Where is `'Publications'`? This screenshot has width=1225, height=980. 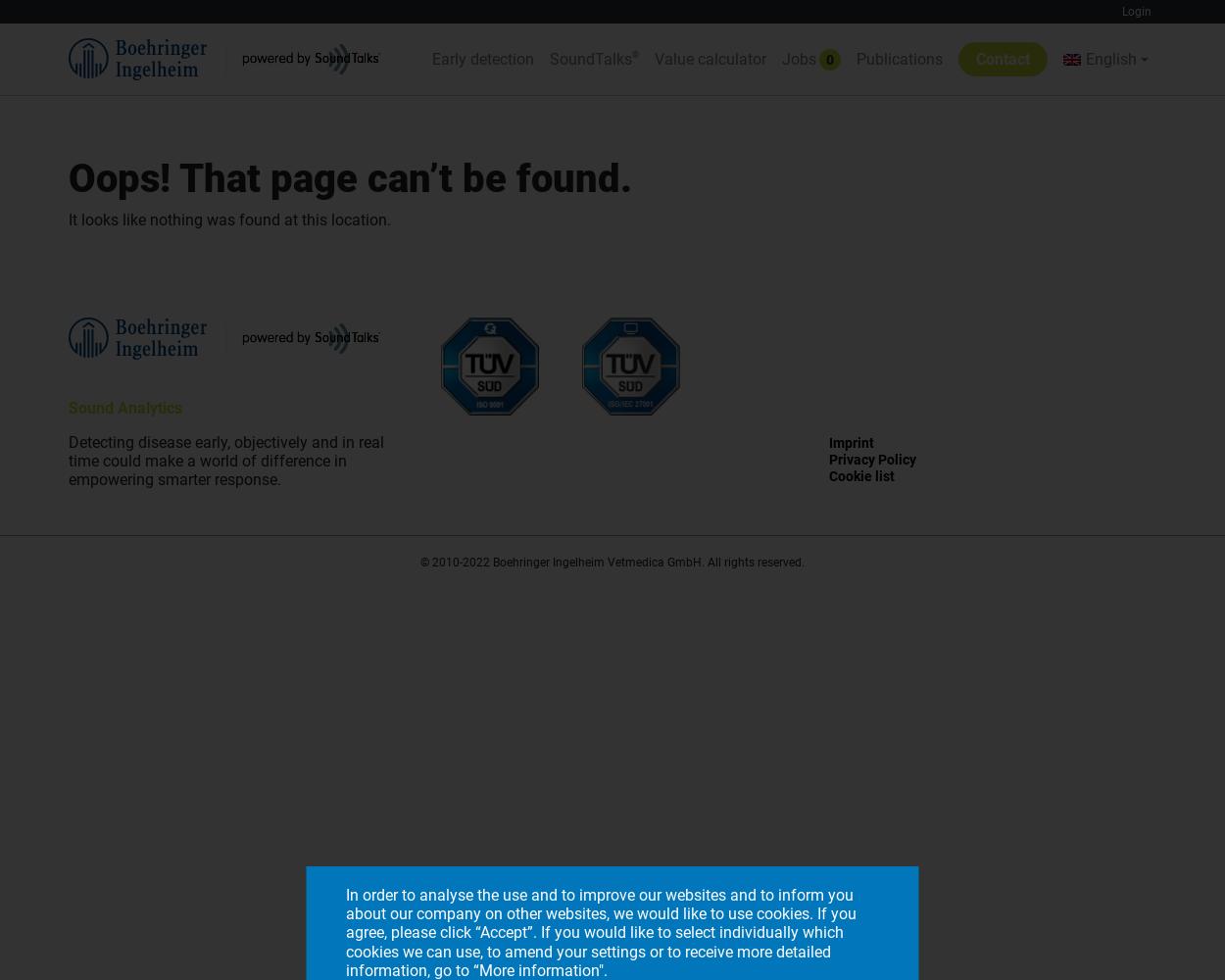 'Publications' is located at coordinates (900, 59).